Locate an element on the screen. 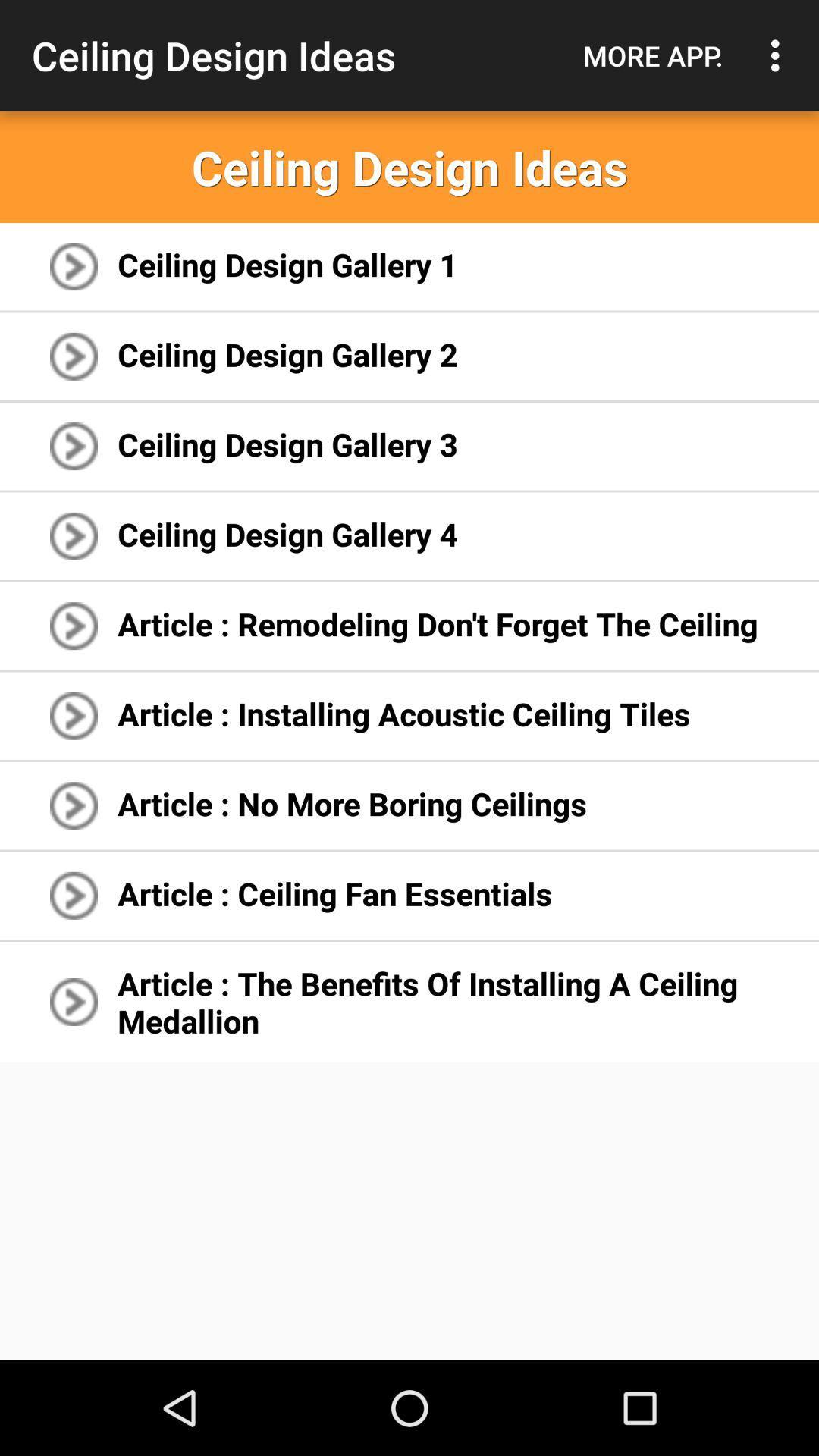 This screenshot has width=819, height=1456. 7th right arrow icon of the page is located at coordinates (74, 805).